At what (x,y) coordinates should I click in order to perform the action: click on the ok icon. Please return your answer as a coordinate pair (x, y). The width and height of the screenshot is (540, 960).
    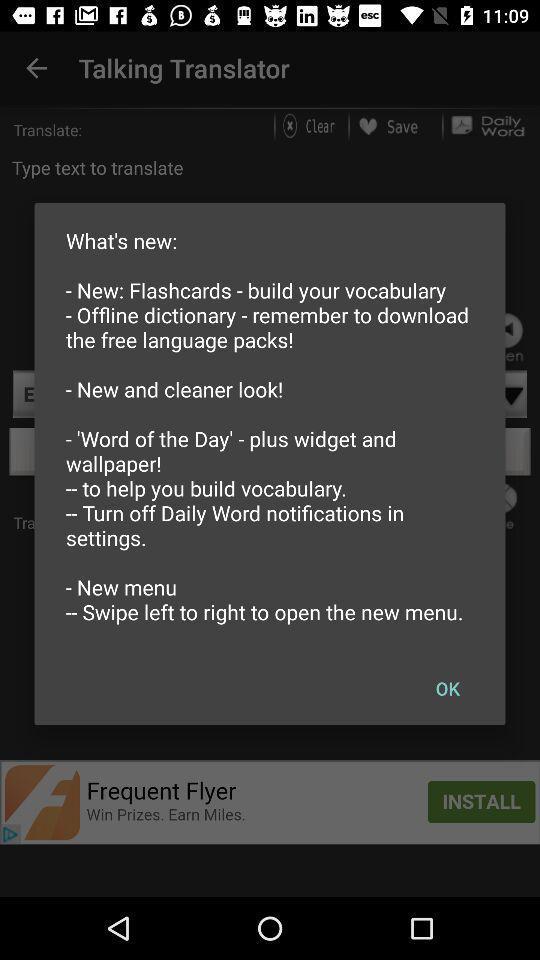
    Looking at the image, I should click on (447, 688).